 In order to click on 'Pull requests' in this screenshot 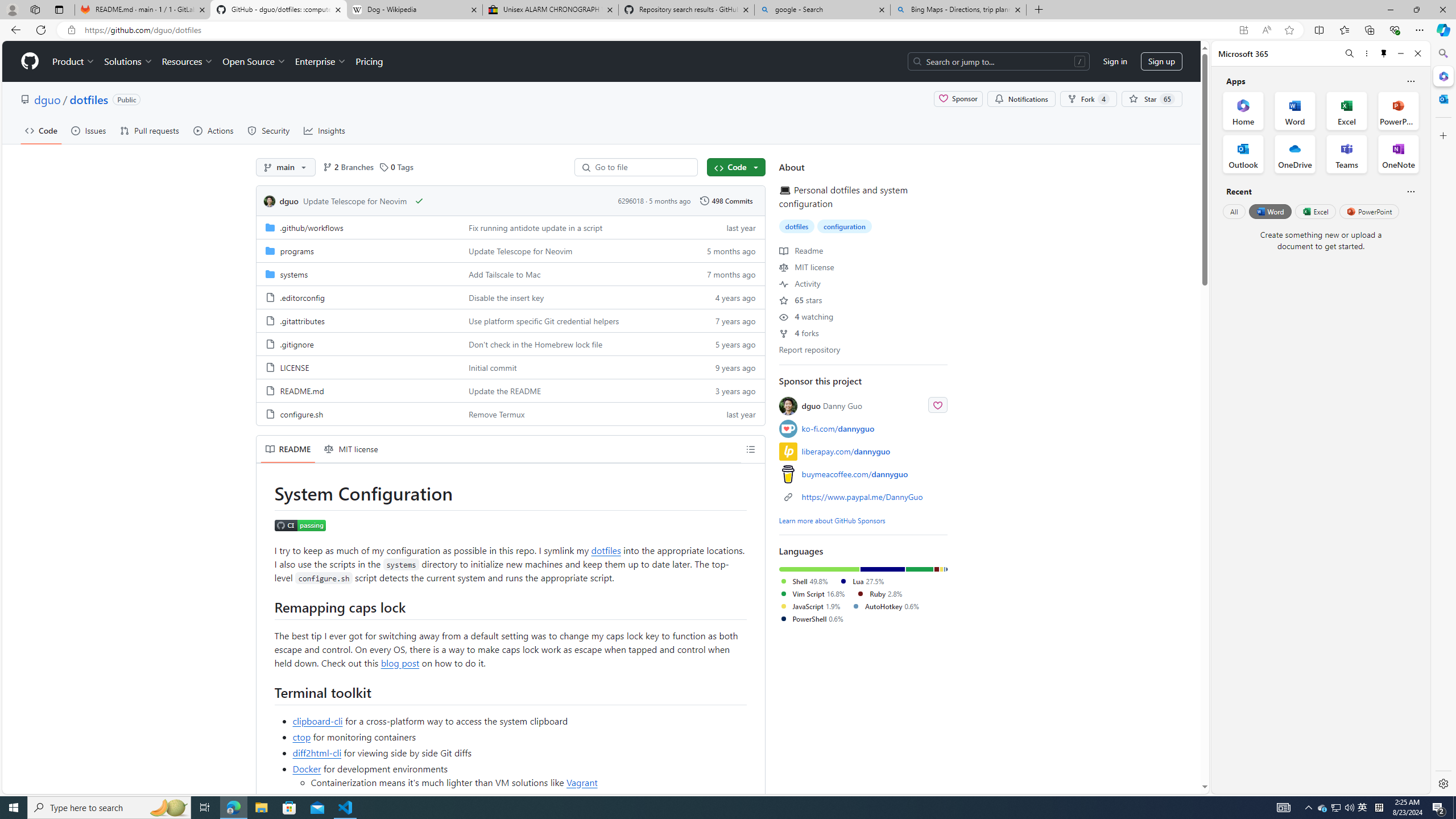, I will do `click(149, 130)`.